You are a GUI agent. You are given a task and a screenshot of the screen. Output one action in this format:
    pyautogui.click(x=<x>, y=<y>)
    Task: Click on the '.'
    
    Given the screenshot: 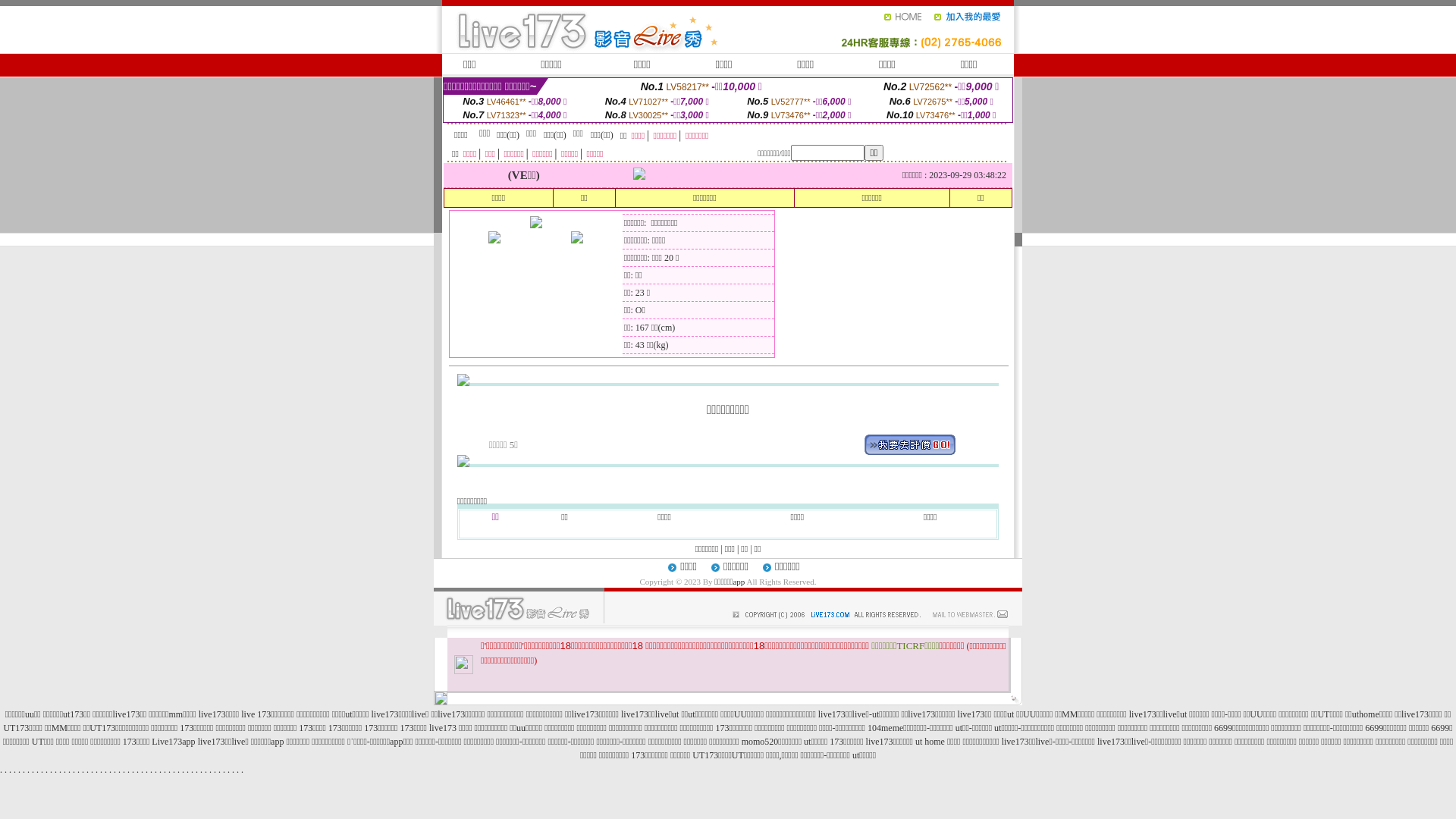 What is the action you would take?
    pyautogui.click(x=209, y=769)
    